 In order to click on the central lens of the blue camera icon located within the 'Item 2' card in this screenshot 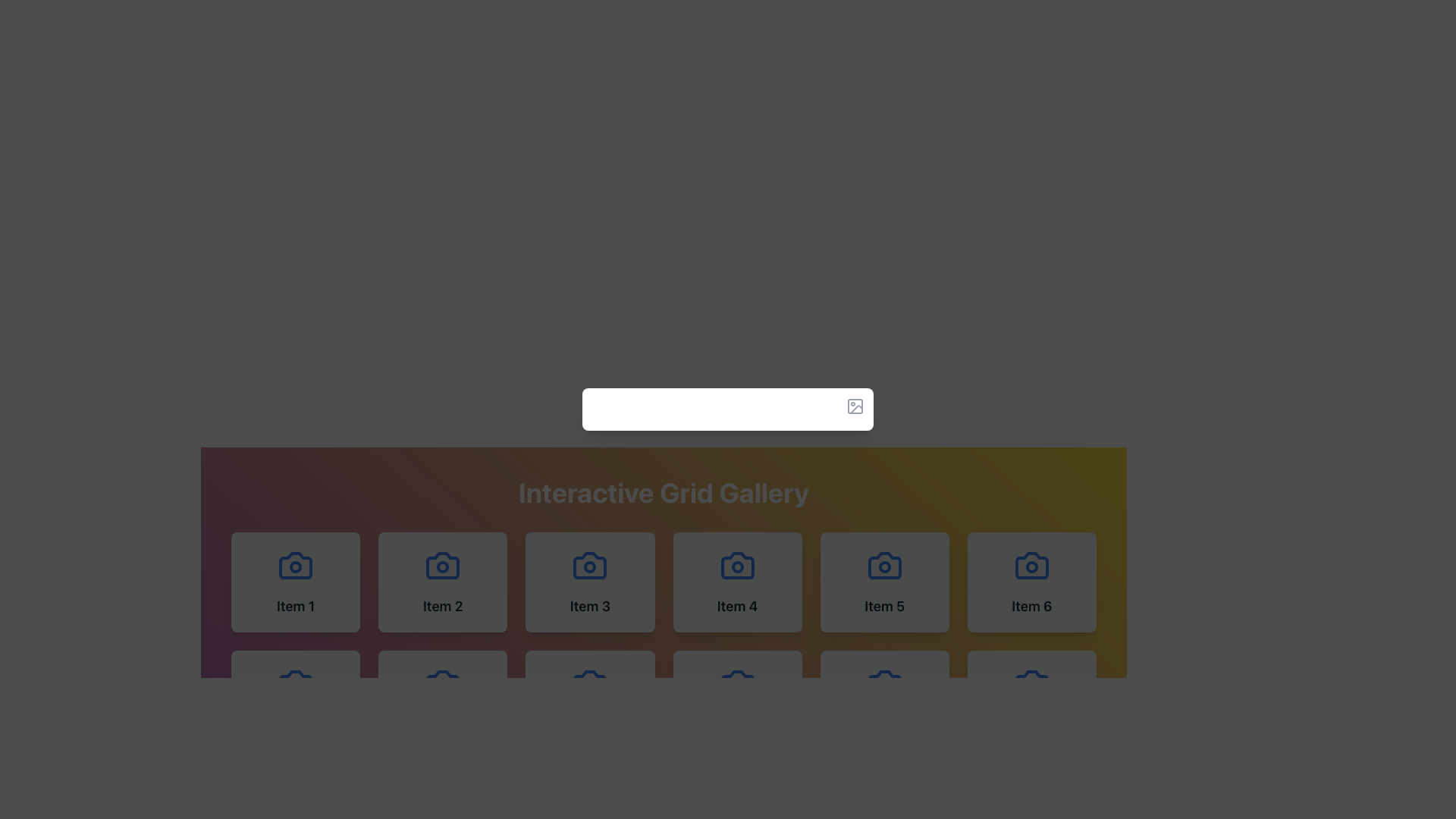, I will do `click(442, 565)`.